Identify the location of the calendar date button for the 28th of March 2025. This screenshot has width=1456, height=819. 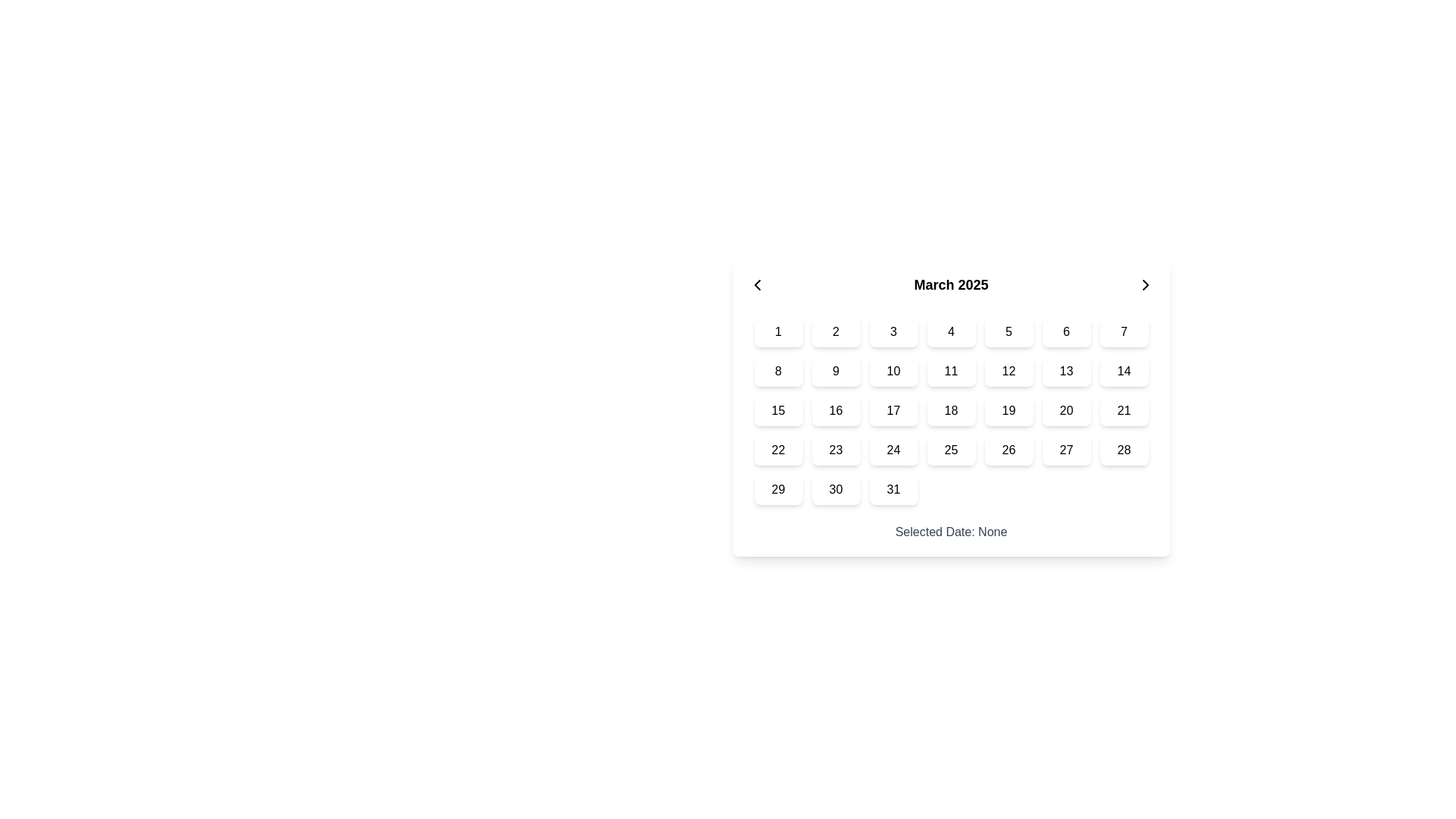
(1124, 450).